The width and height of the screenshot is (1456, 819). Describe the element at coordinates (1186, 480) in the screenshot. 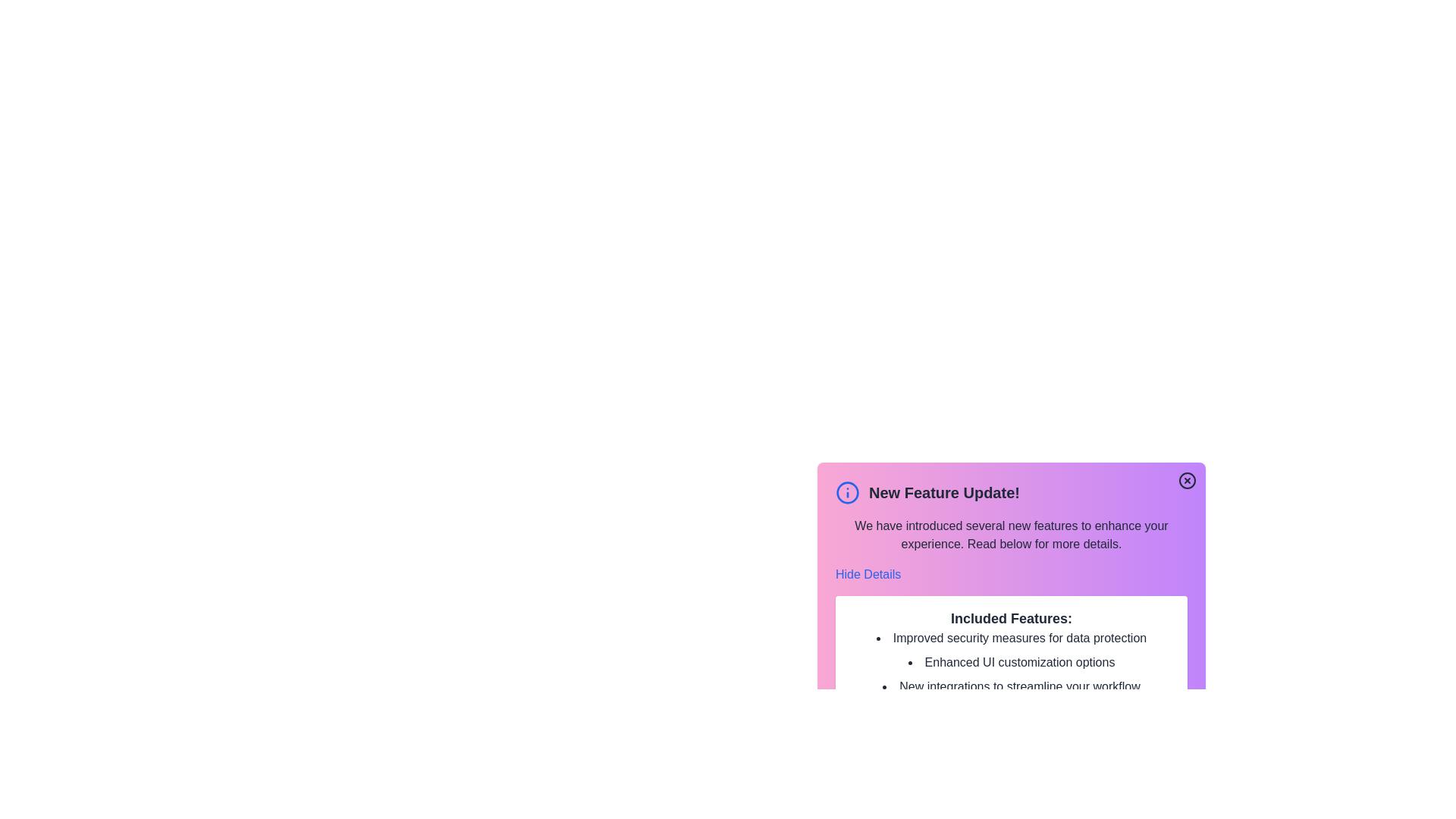

I see `close button located at the top-right corner of the alert` at that location.